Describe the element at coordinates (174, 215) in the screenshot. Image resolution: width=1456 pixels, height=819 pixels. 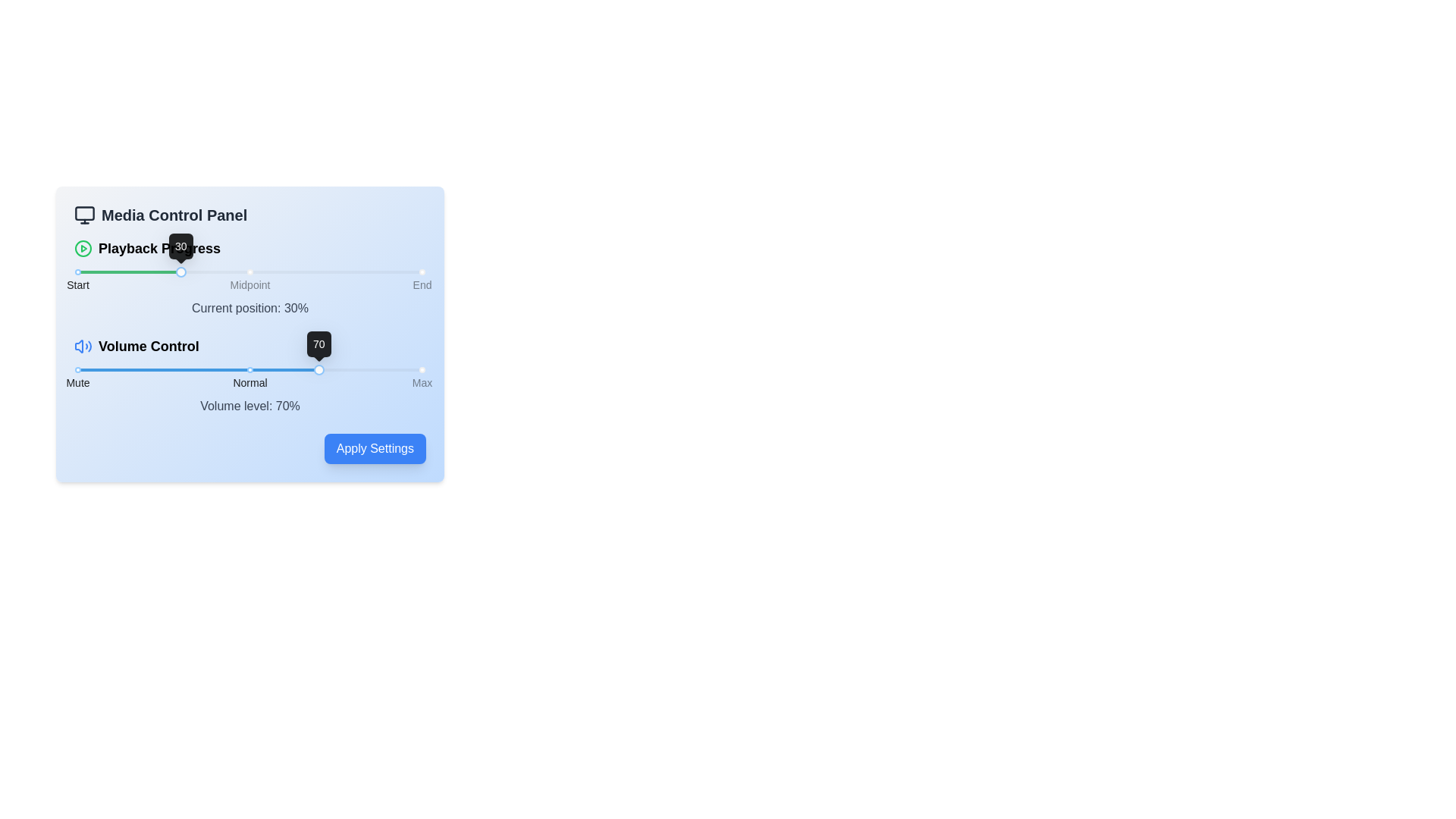
I see `the Text label that serves as the title for the 'Media Control Panel' section, located at the top of the interface to the right of a monitor icon` at that location.